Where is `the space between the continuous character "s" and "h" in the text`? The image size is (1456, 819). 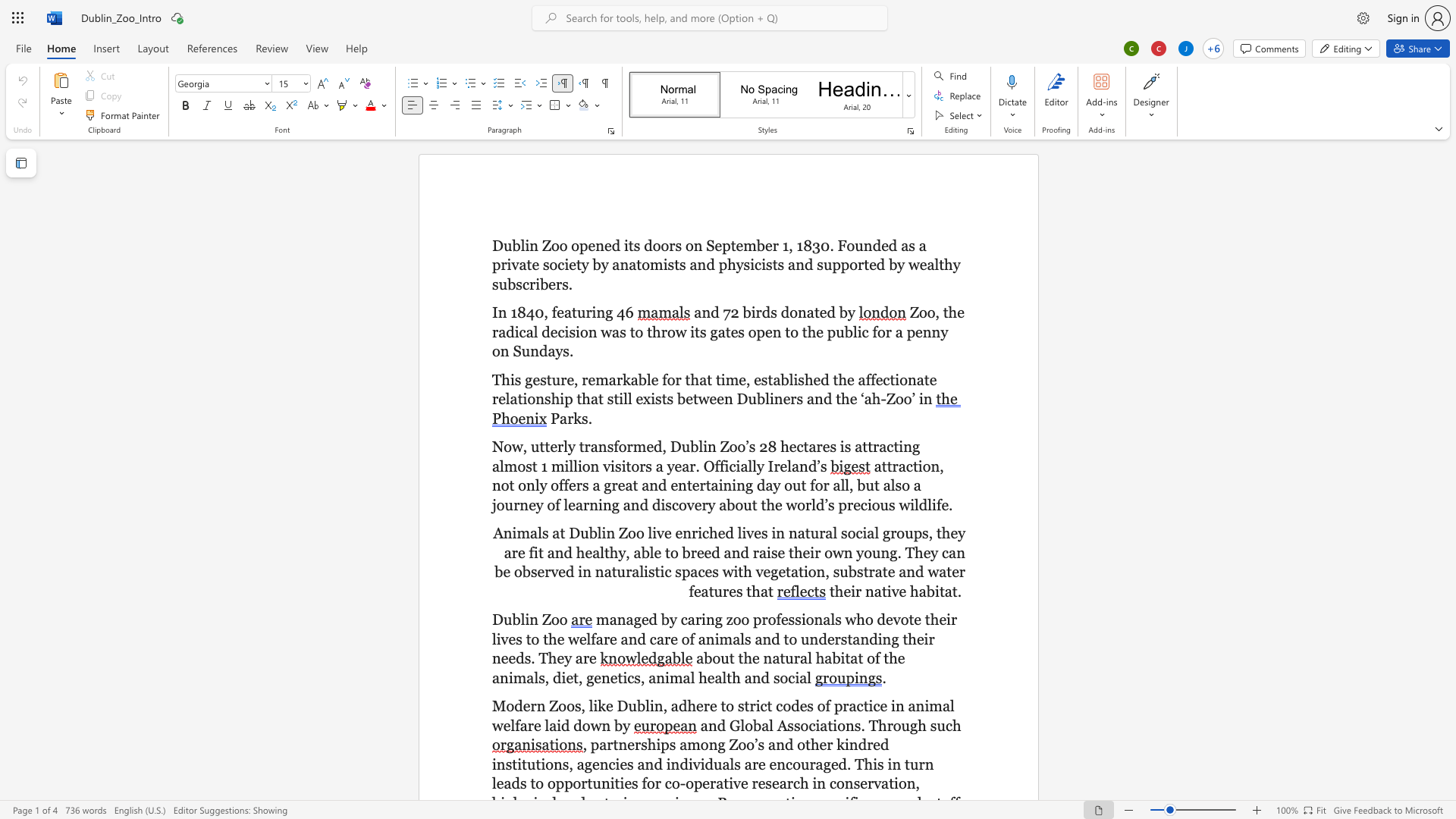
the space between the continuous character "s" and "h" in the text is located at coordinates (804, 378).